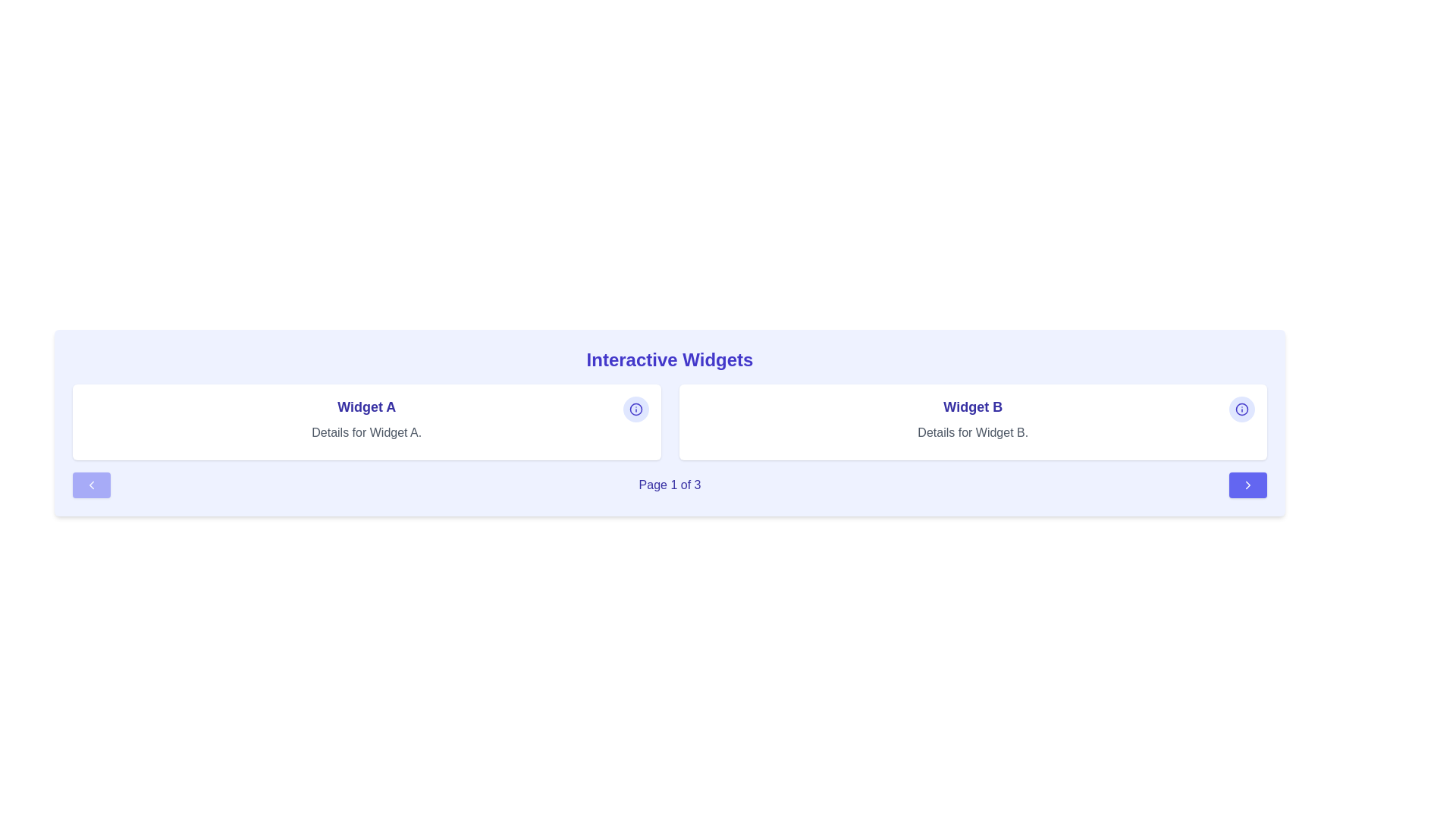  Describe the element at coordinates (669, 485) in the screenshot. I see `the static text displaying 'Page 1 of 3' located at the bottom of a light blue panel, centered between a leftward and rightward arrow icon` at that location.